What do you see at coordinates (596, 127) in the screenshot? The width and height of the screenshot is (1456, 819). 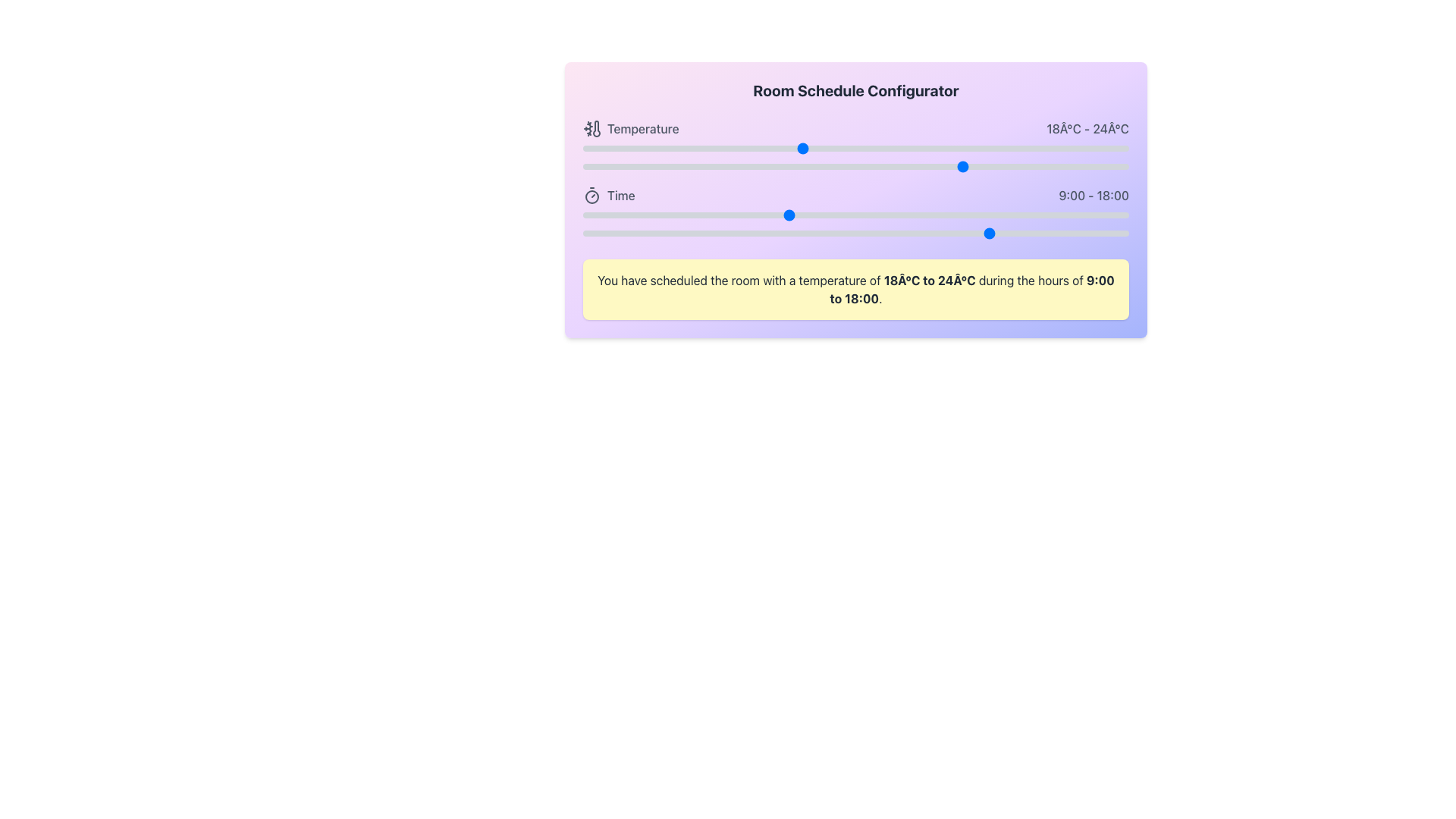 I see `the bulb-like silhouette icon located to the left of the 'Temperature' label in the first row of the card-like structure` at bounding box center [596, 127].